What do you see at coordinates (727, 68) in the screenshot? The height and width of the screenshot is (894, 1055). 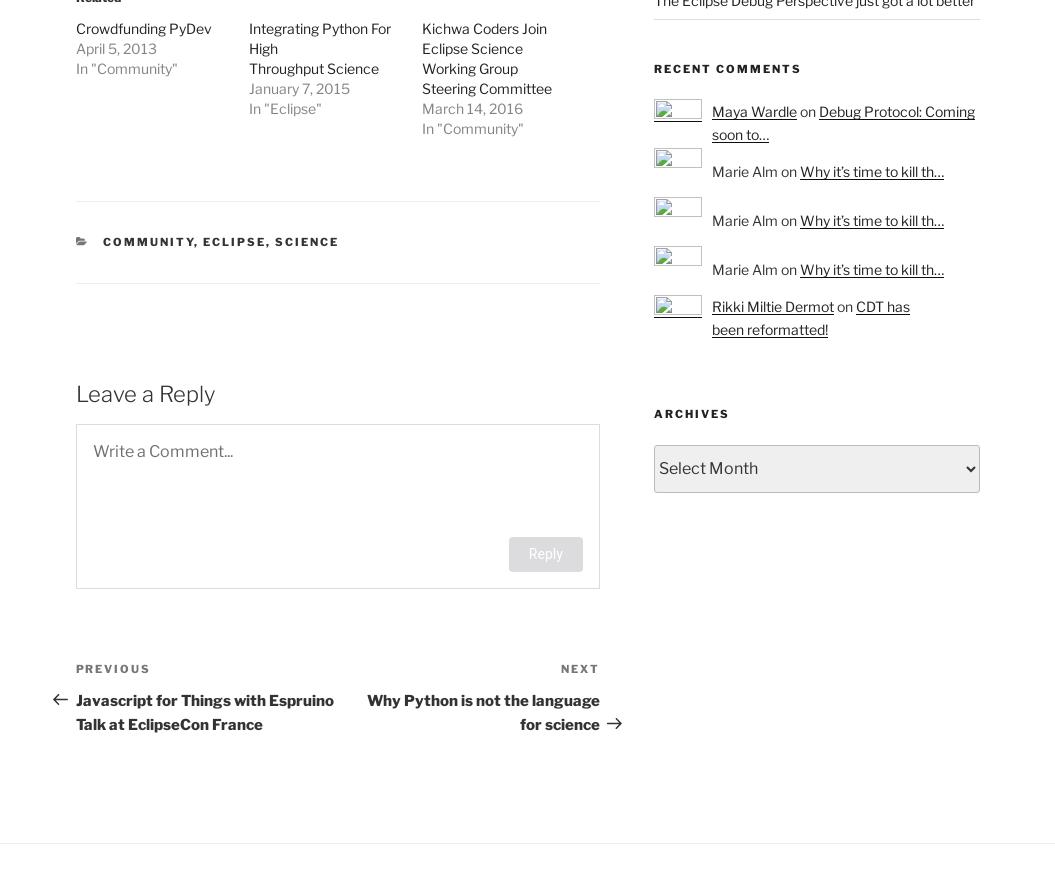 I see `'Recent Comments'` at bounding box center [727, 68].